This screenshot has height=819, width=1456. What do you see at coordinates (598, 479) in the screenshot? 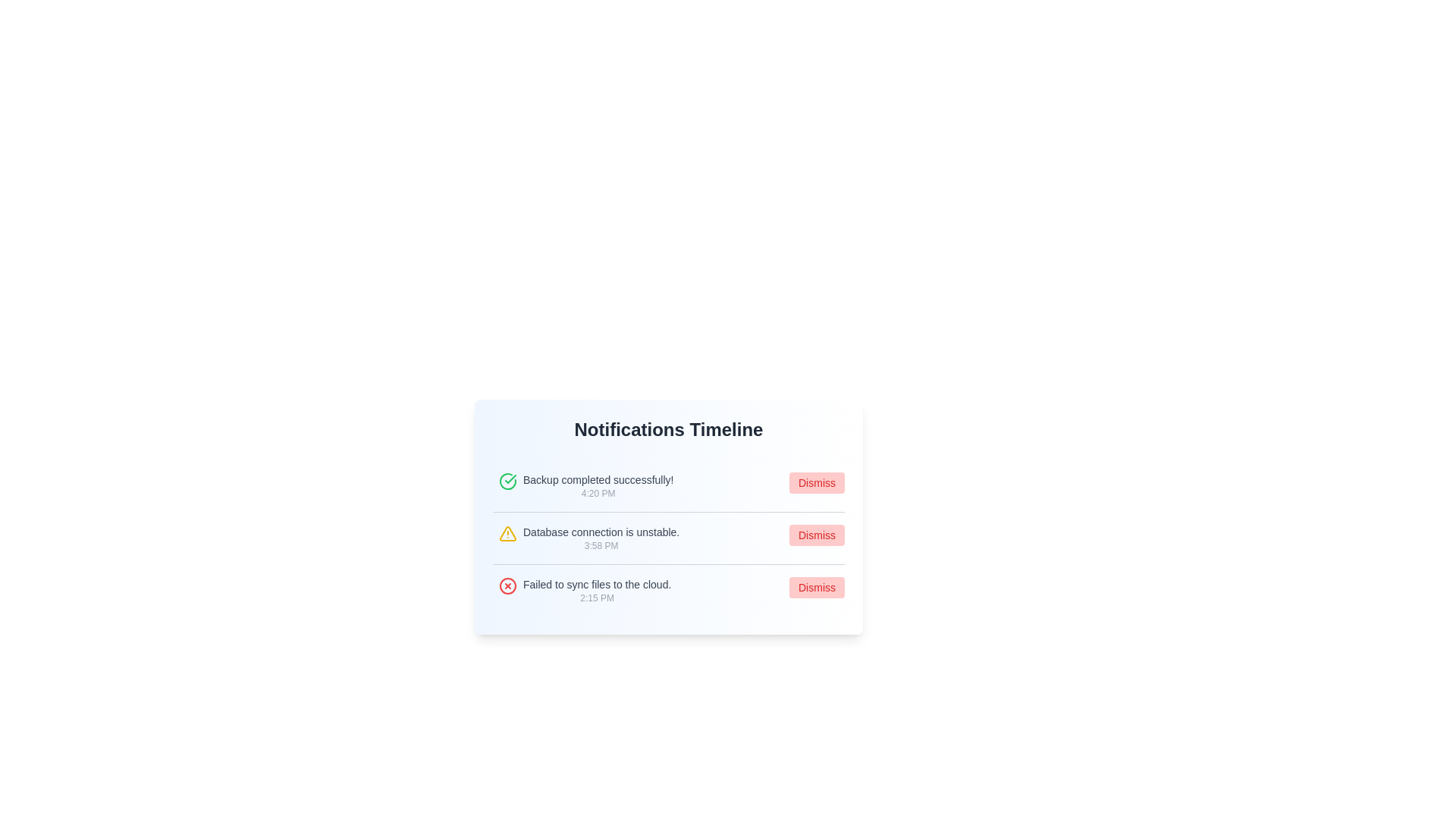
I see `the text label displaying 'Backup completed successfully!' in the Notifications Timeline section` at bounding box center [598, 479].